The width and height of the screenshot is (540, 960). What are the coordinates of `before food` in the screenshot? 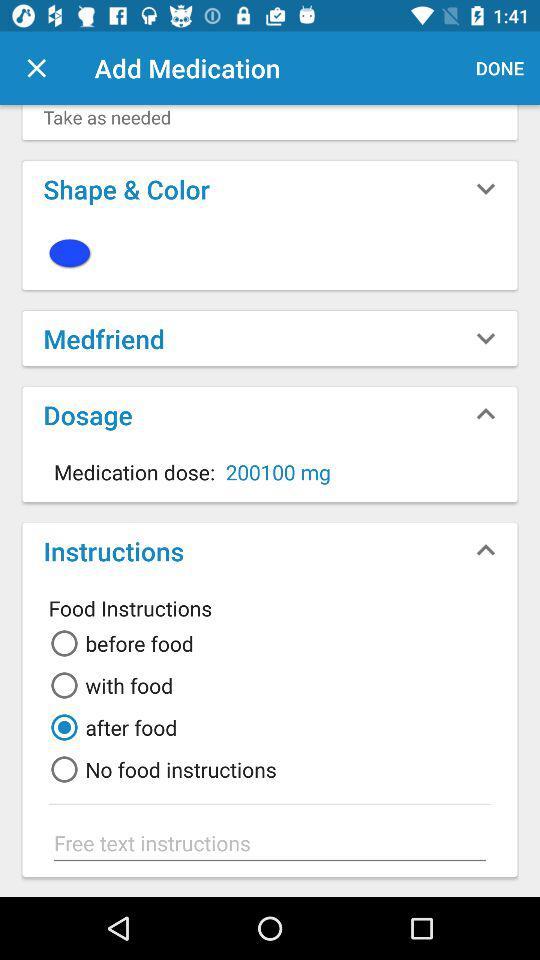 It's located at (118, 642).